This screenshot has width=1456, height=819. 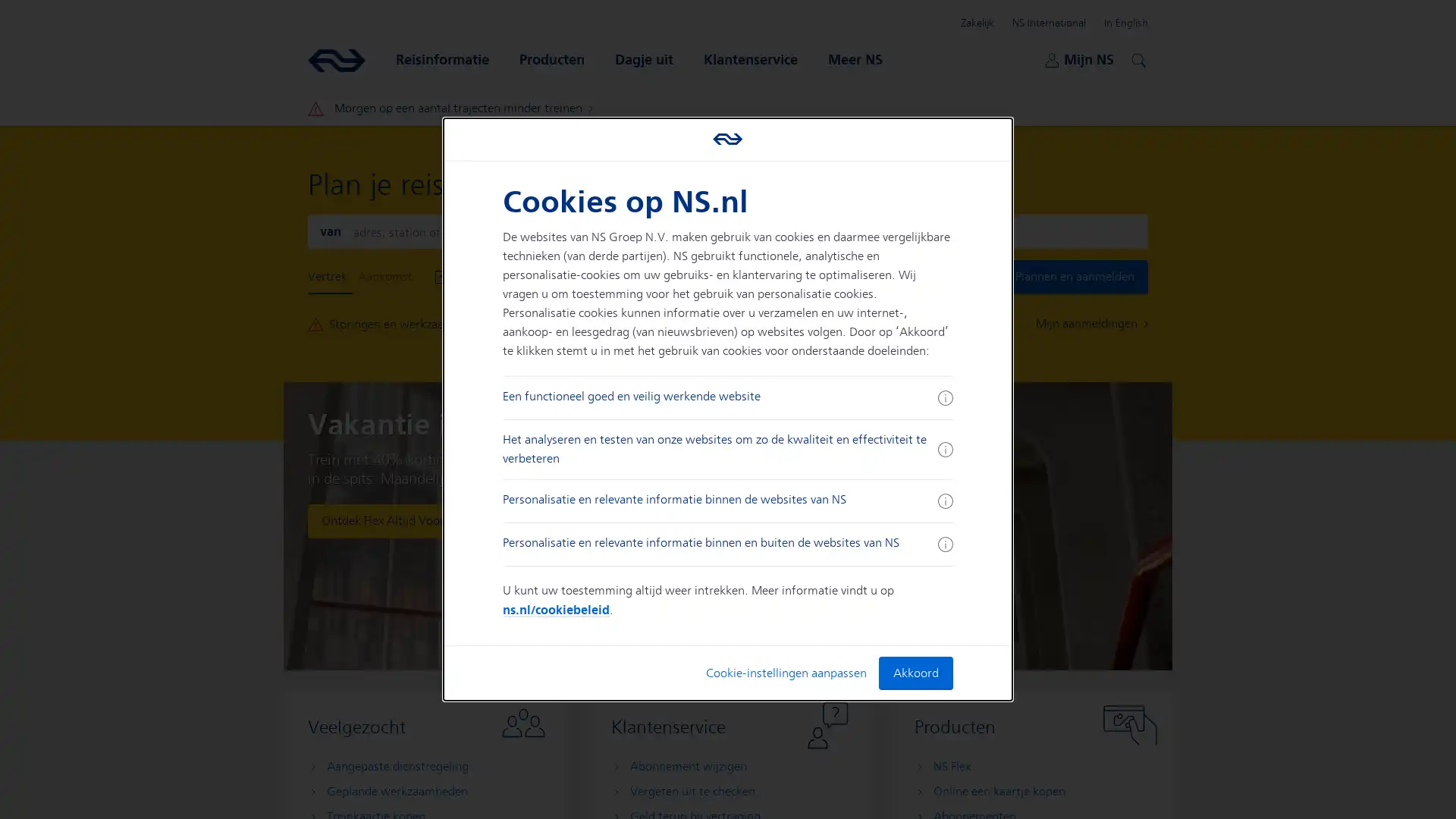 I want to click on Dagje uit Open submenu, so click(x=644, y=58).